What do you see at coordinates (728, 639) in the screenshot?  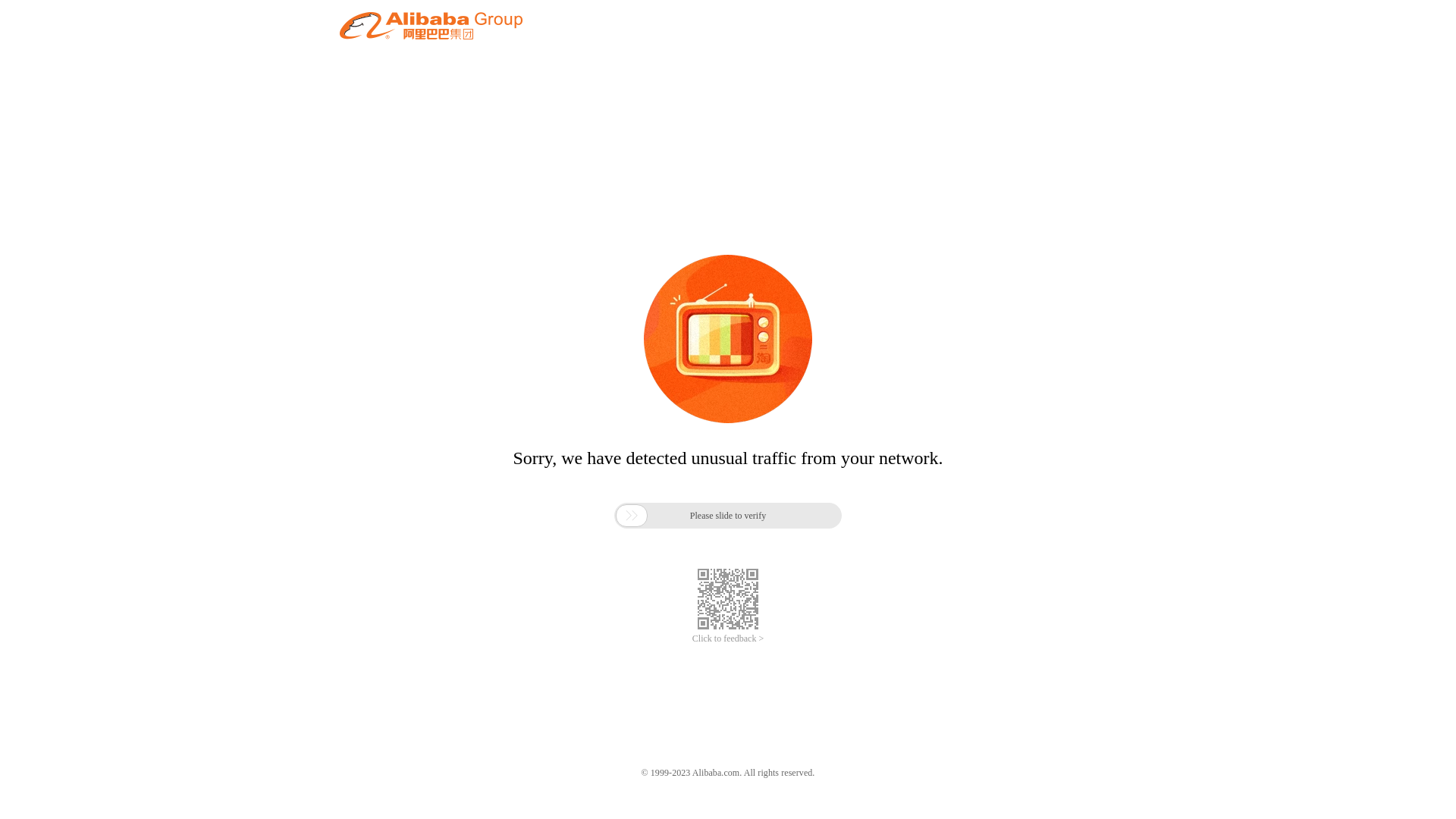 I see `'Click to feedback >'` at bounding box center [728, 639].